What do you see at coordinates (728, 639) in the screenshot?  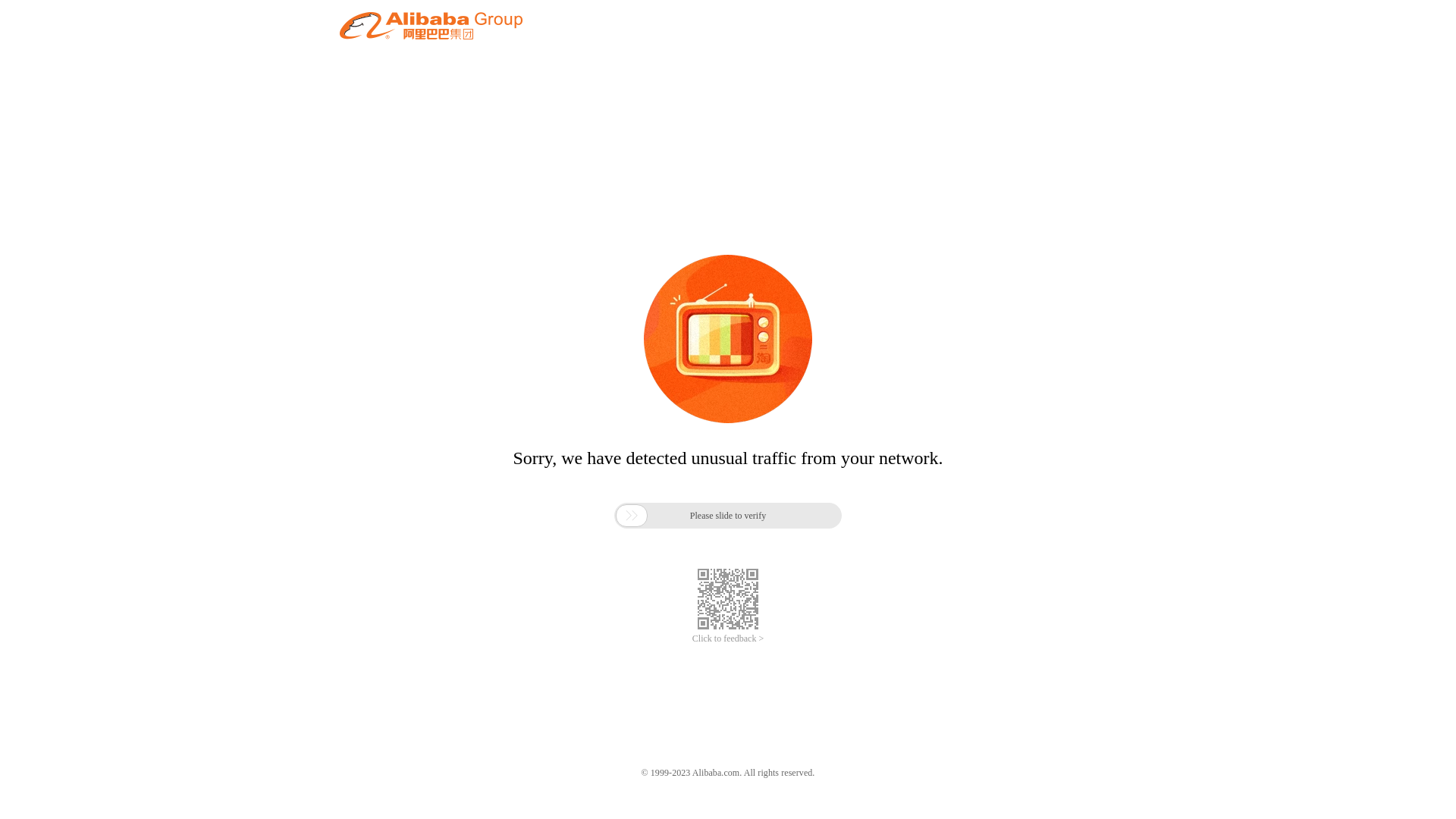 I see `'Click to feedback >'` at bounding box center [728, 639].